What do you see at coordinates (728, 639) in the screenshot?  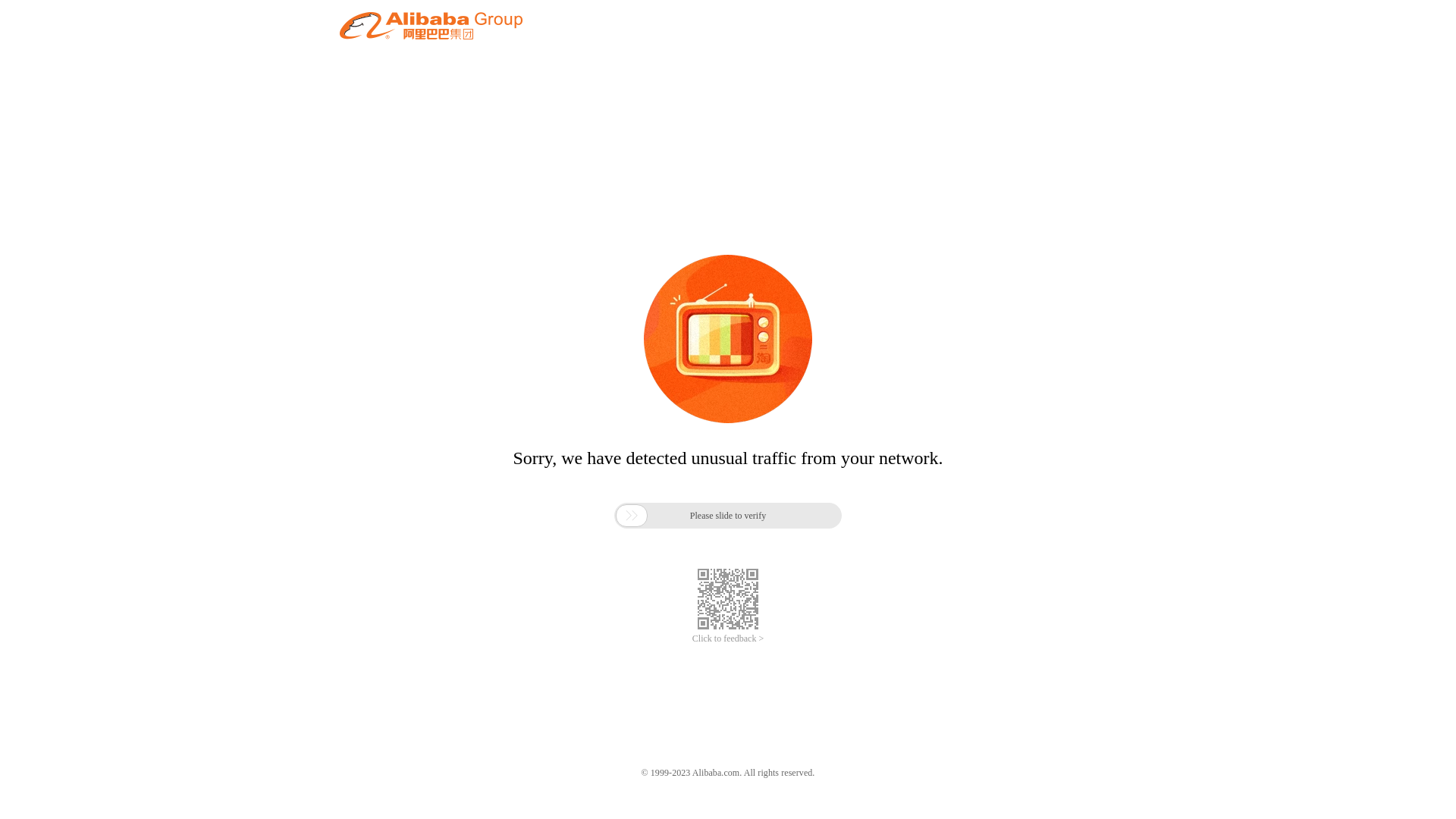 I see `'Click to feedback >'` at bounding box center [728, 639].